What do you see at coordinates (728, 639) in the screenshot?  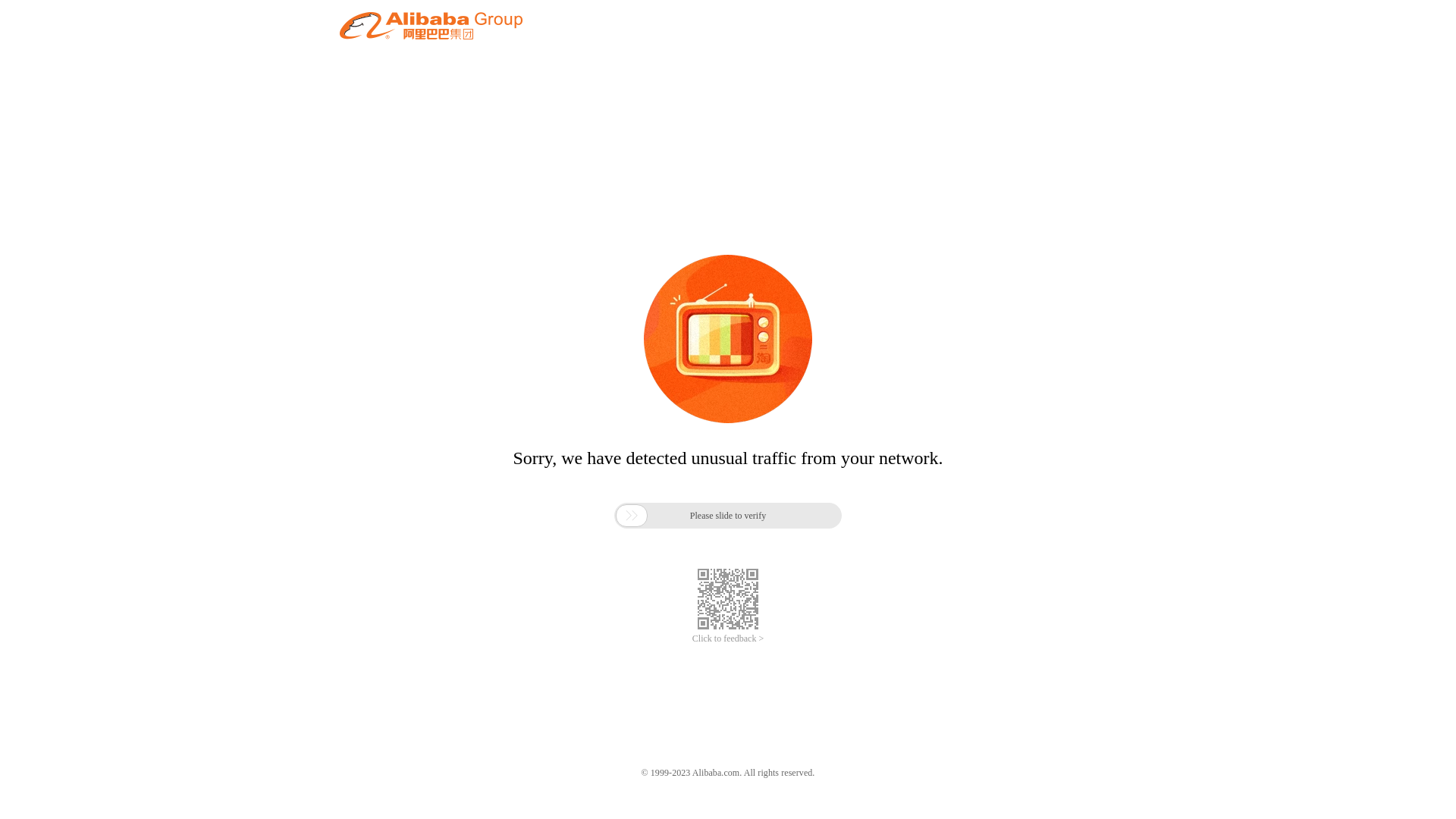 I see `'Click to feedback >'` at bounding box center [728, 639].